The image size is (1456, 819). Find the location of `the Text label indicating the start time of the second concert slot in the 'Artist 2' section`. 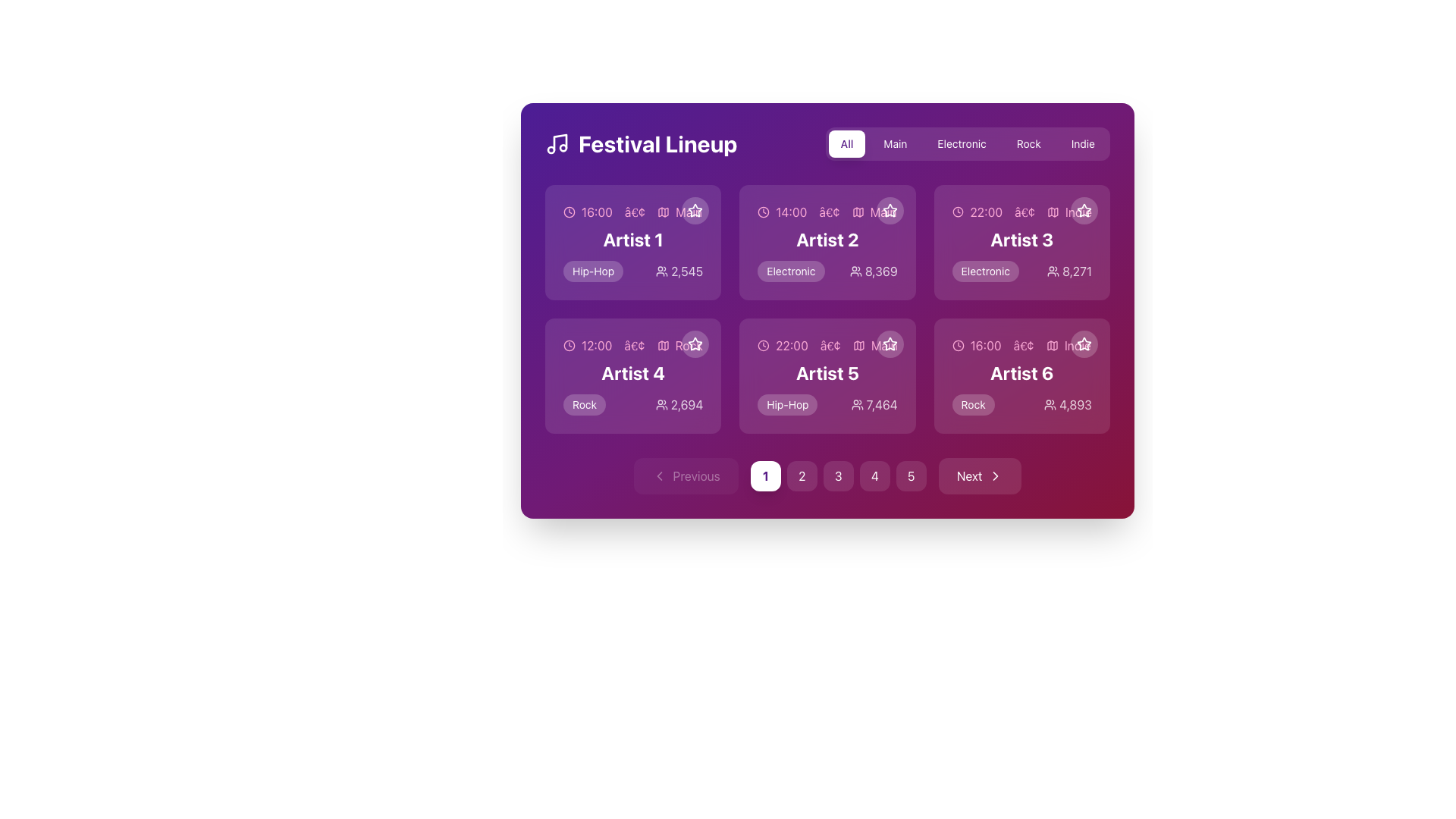

the Text label indicating the start time of the second concert slot in the 'Artist 2' section is located at coordinates (790, 212).